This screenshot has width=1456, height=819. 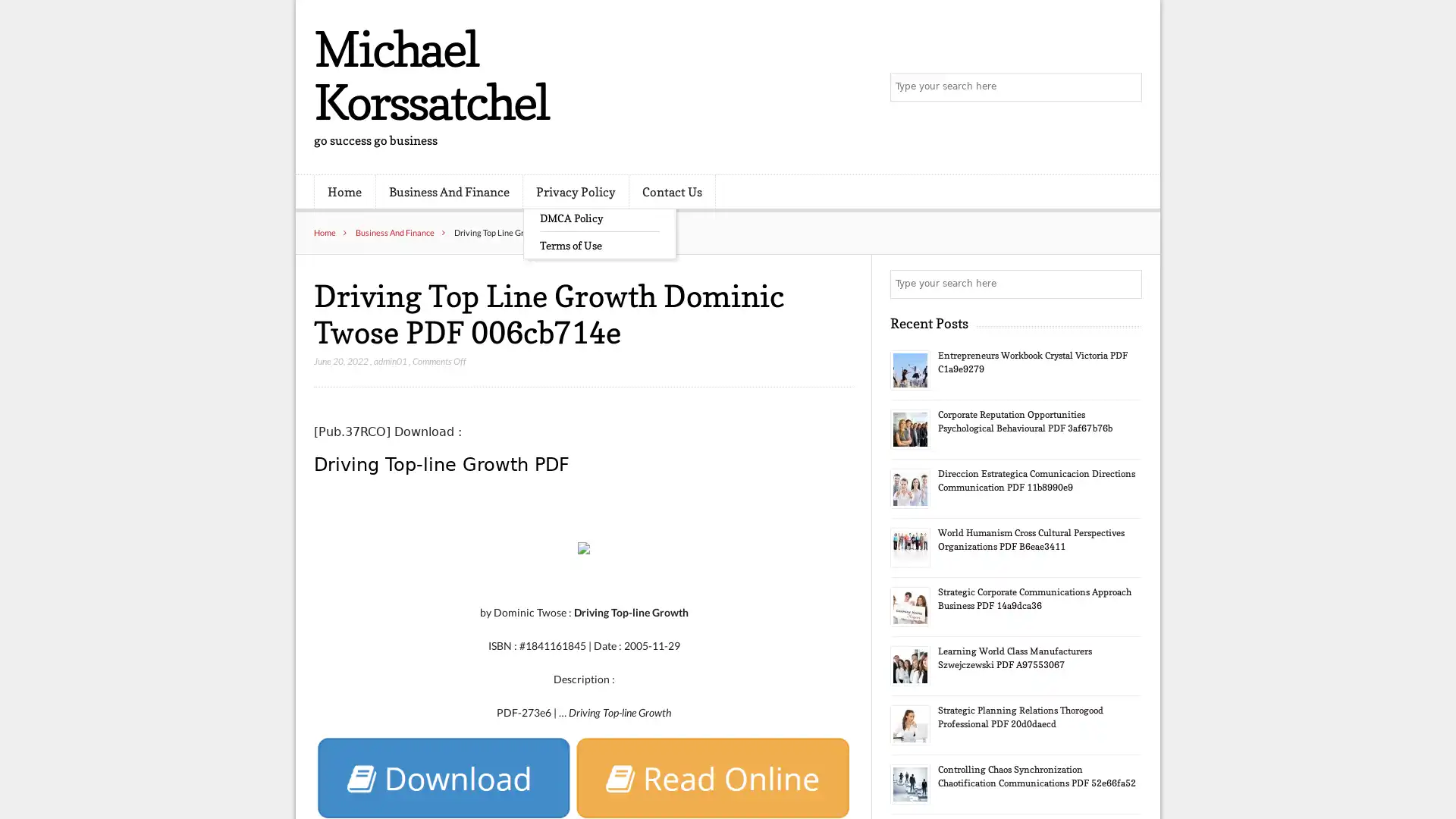 What do you see at coordinates (1126, 87) in the screenshot?
I see `Search` at bounding box center [1126, 87].